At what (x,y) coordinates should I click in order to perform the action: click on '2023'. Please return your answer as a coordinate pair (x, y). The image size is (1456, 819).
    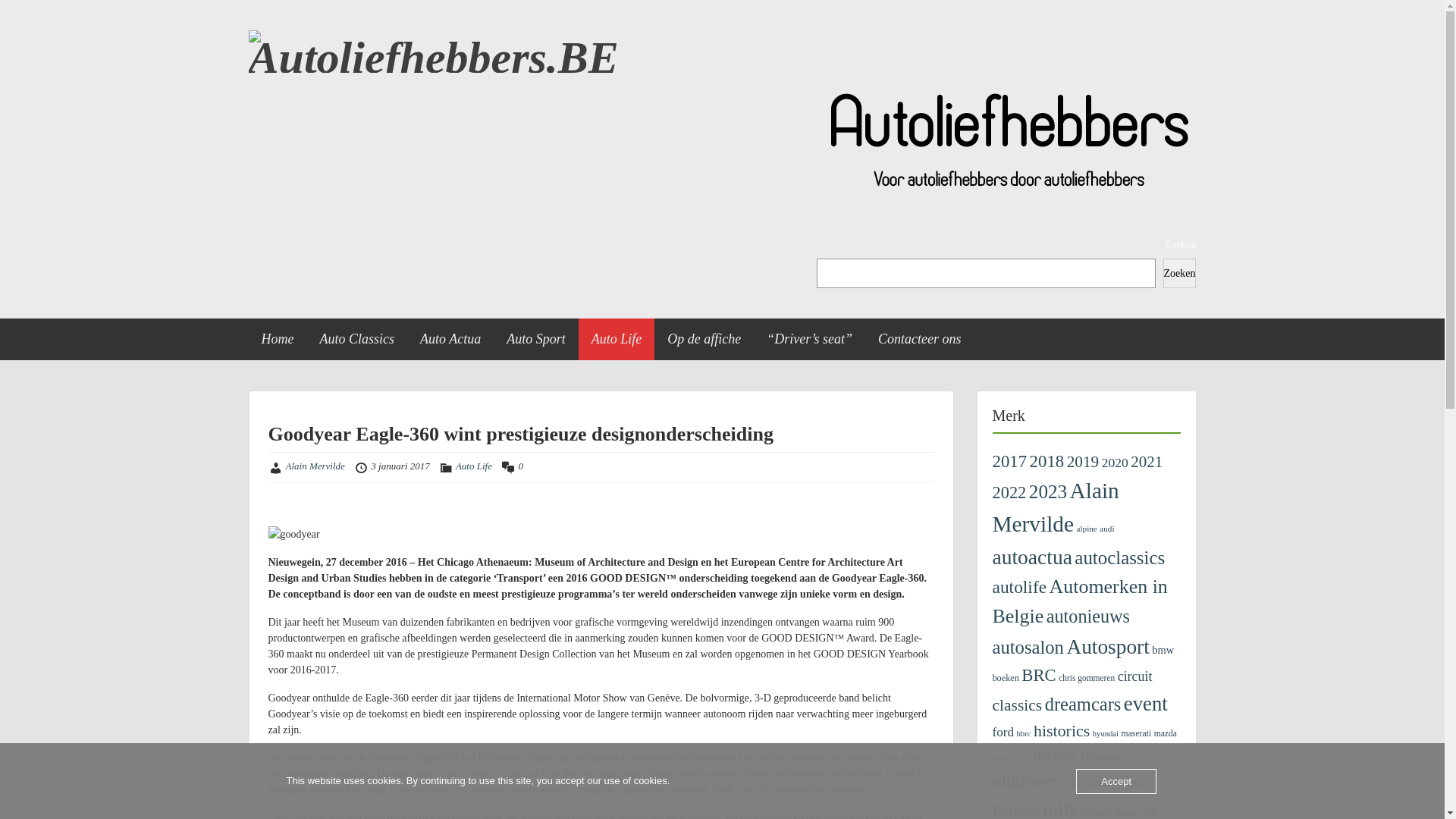
    Looking at the image, I should click on (1029, 491).